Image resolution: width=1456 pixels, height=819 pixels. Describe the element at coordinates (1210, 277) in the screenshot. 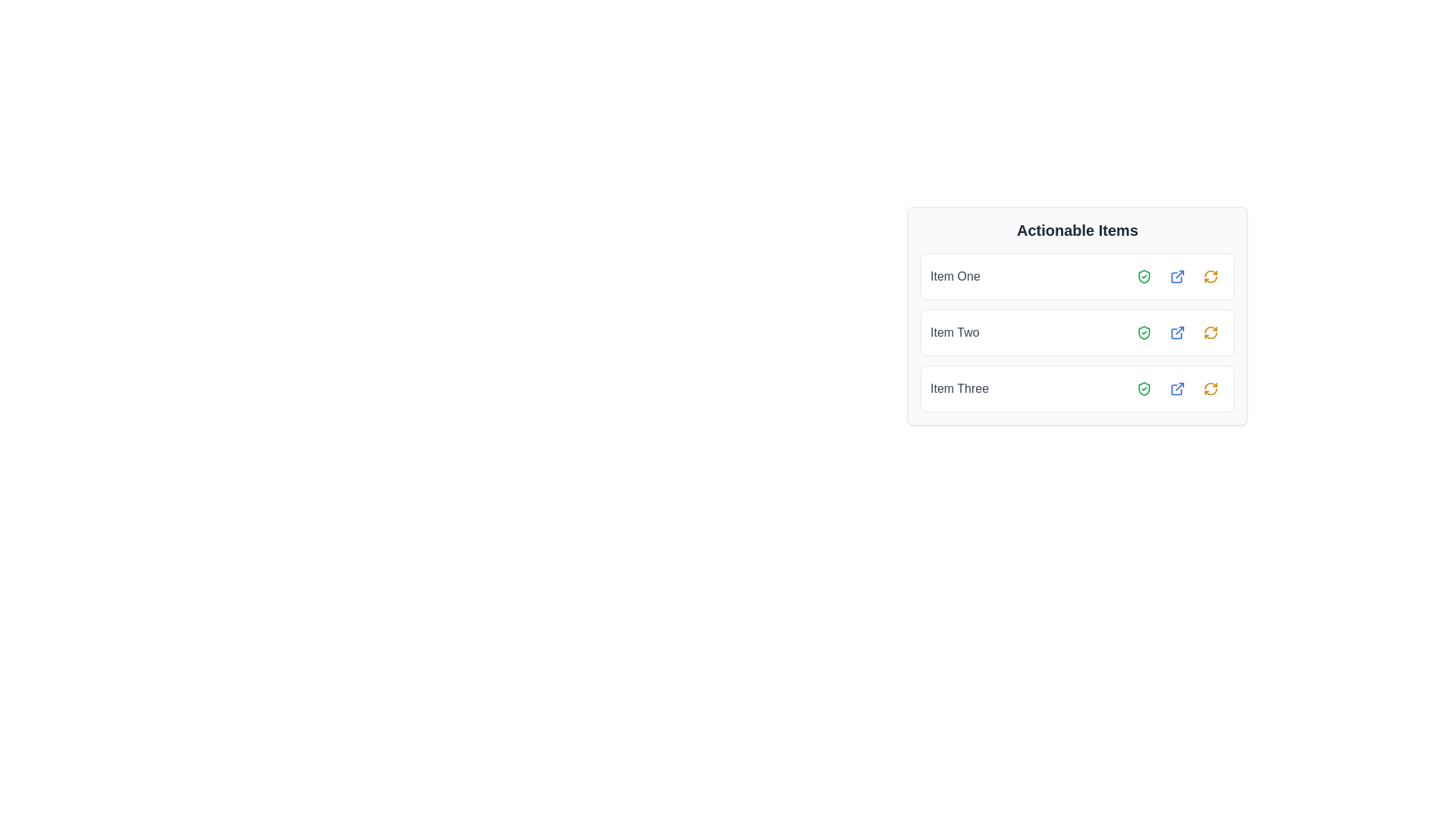

I see `the circular yellow refresh icon in the last column of the first row of the 'Actionable Items' table to refresh 'Item One'` at that location.